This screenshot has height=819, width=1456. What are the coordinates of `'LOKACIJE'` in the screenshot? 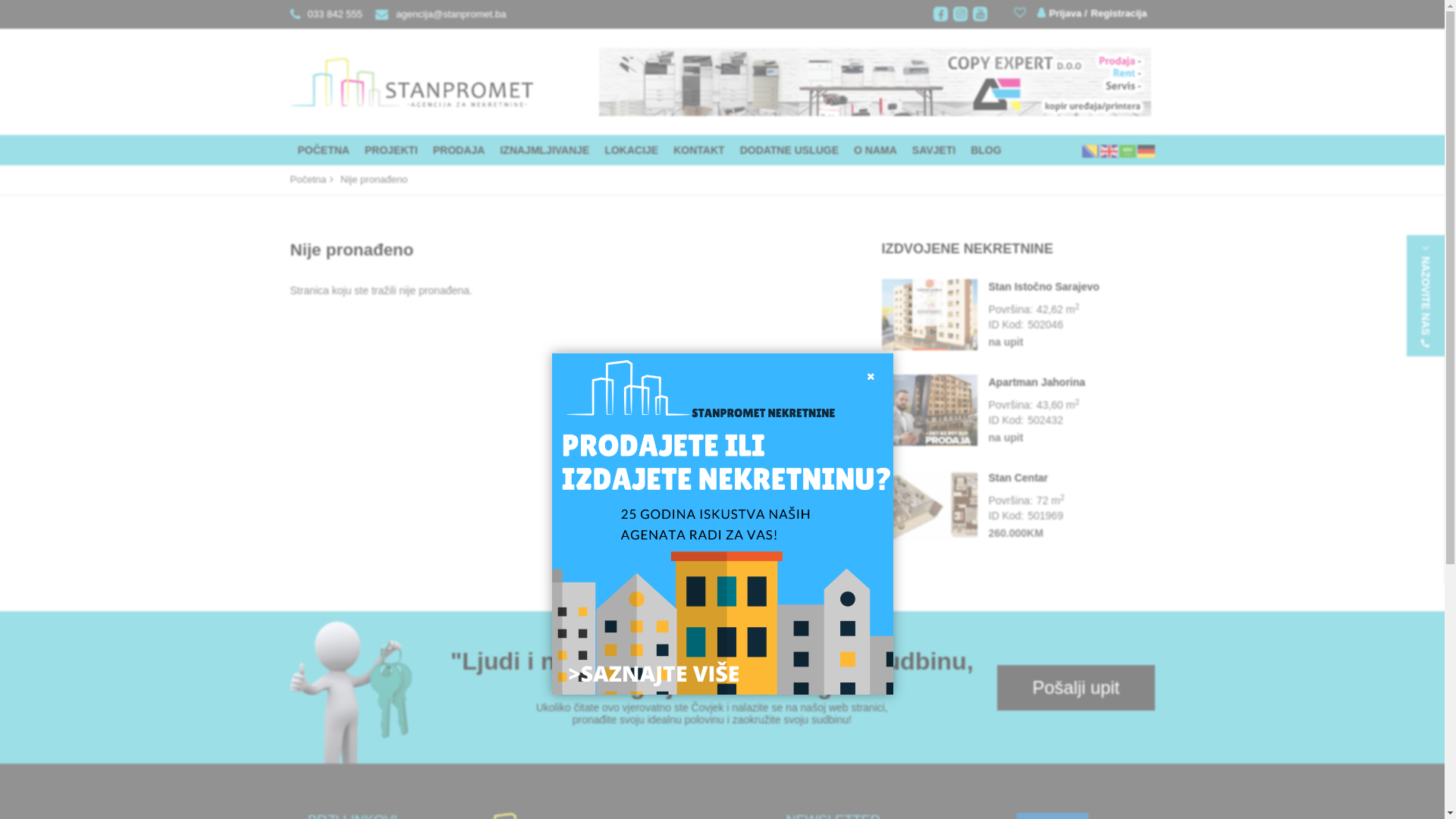 It's located at (596, 149).